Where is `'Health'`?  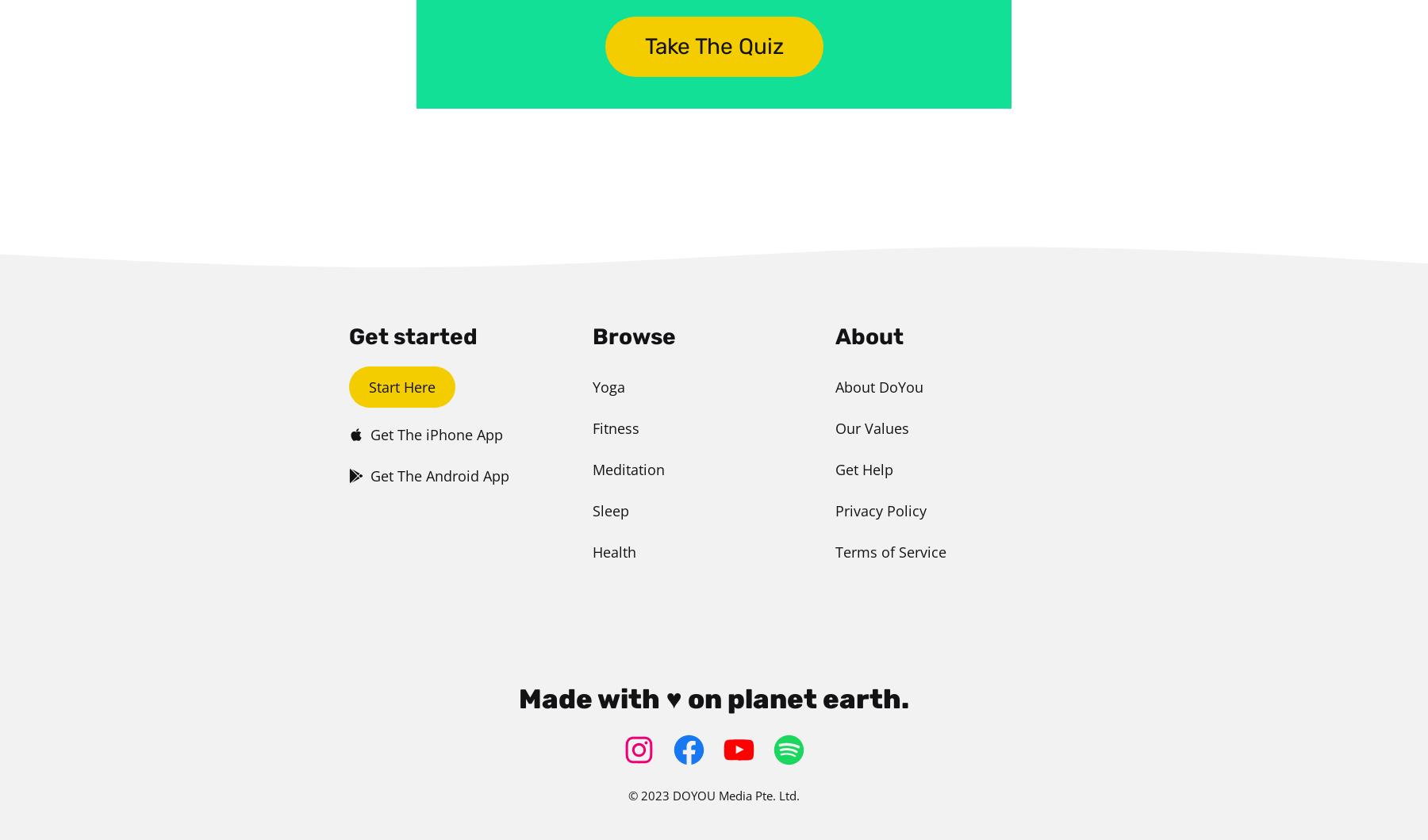 'Health' is located at coordinates (612, 551).